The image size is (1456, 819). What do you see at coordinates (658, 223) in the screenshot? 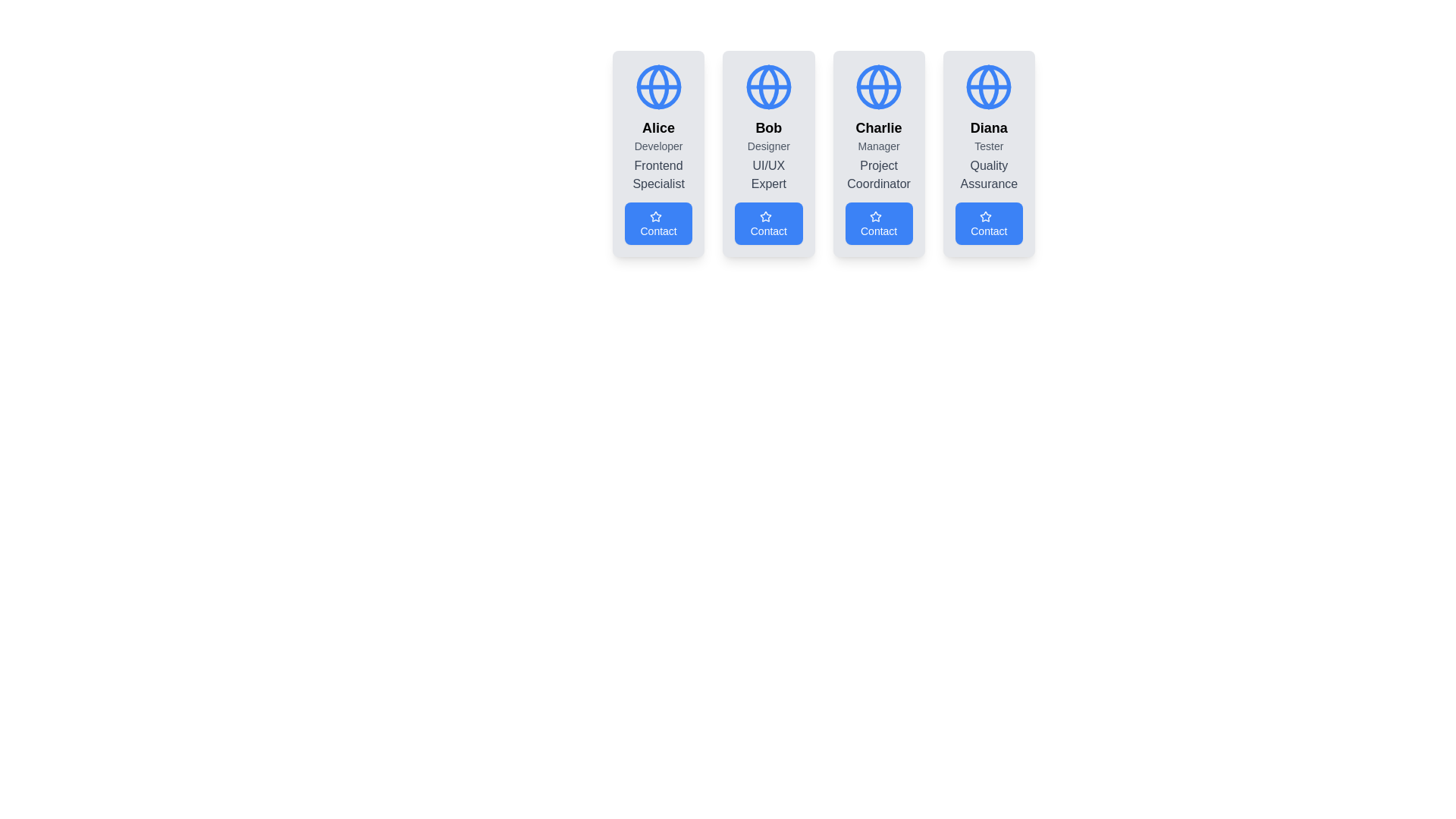
I see `the 'Contact' button with a blue background and white star icon, located below 'Frontend Specialist' in Alice's profile card` at bounding box center [658, 223].